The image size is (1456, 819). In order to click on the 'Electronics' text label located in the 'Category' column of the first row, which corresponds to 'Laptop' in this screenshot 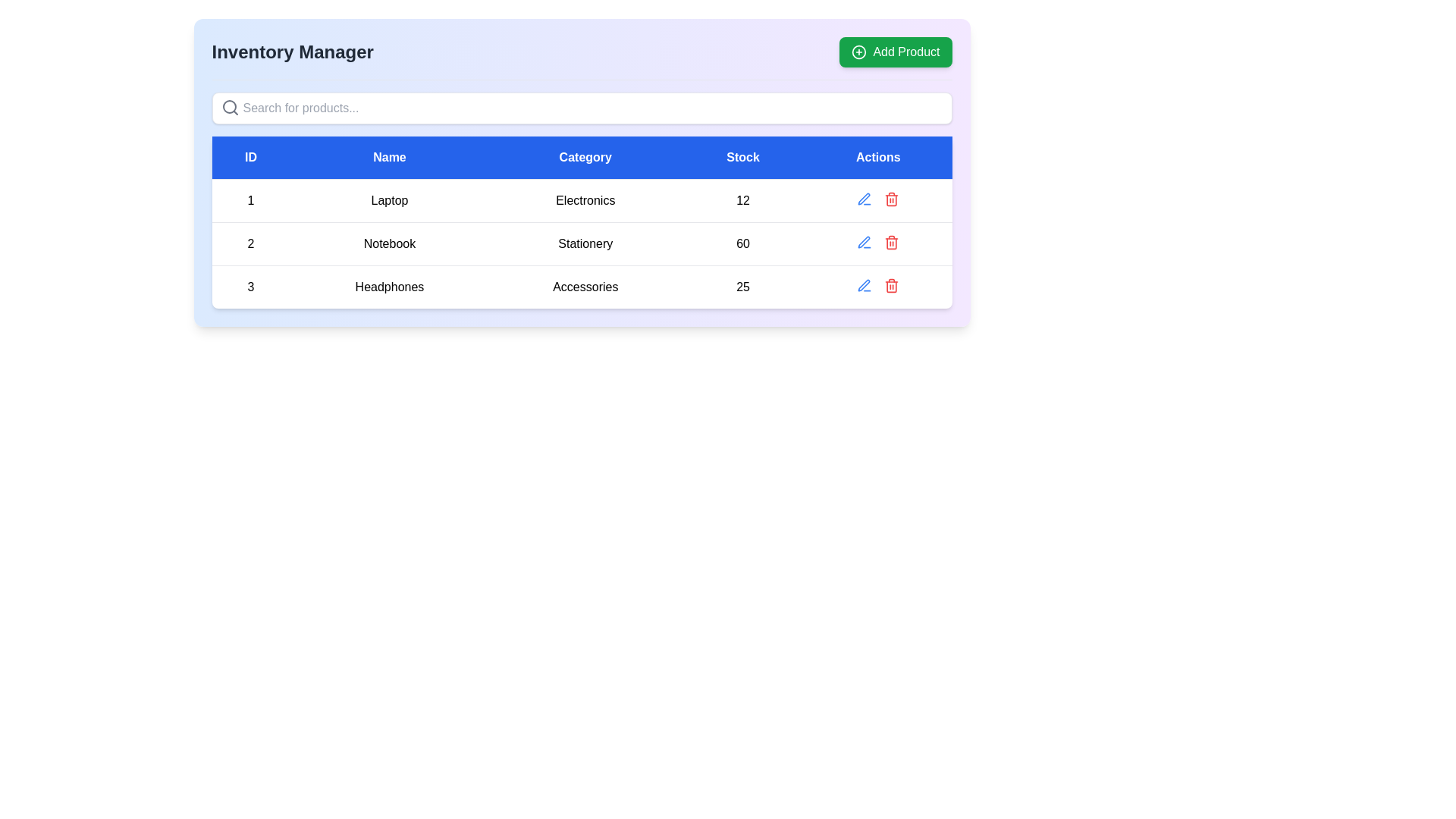, I will do `click(585, 200)`.